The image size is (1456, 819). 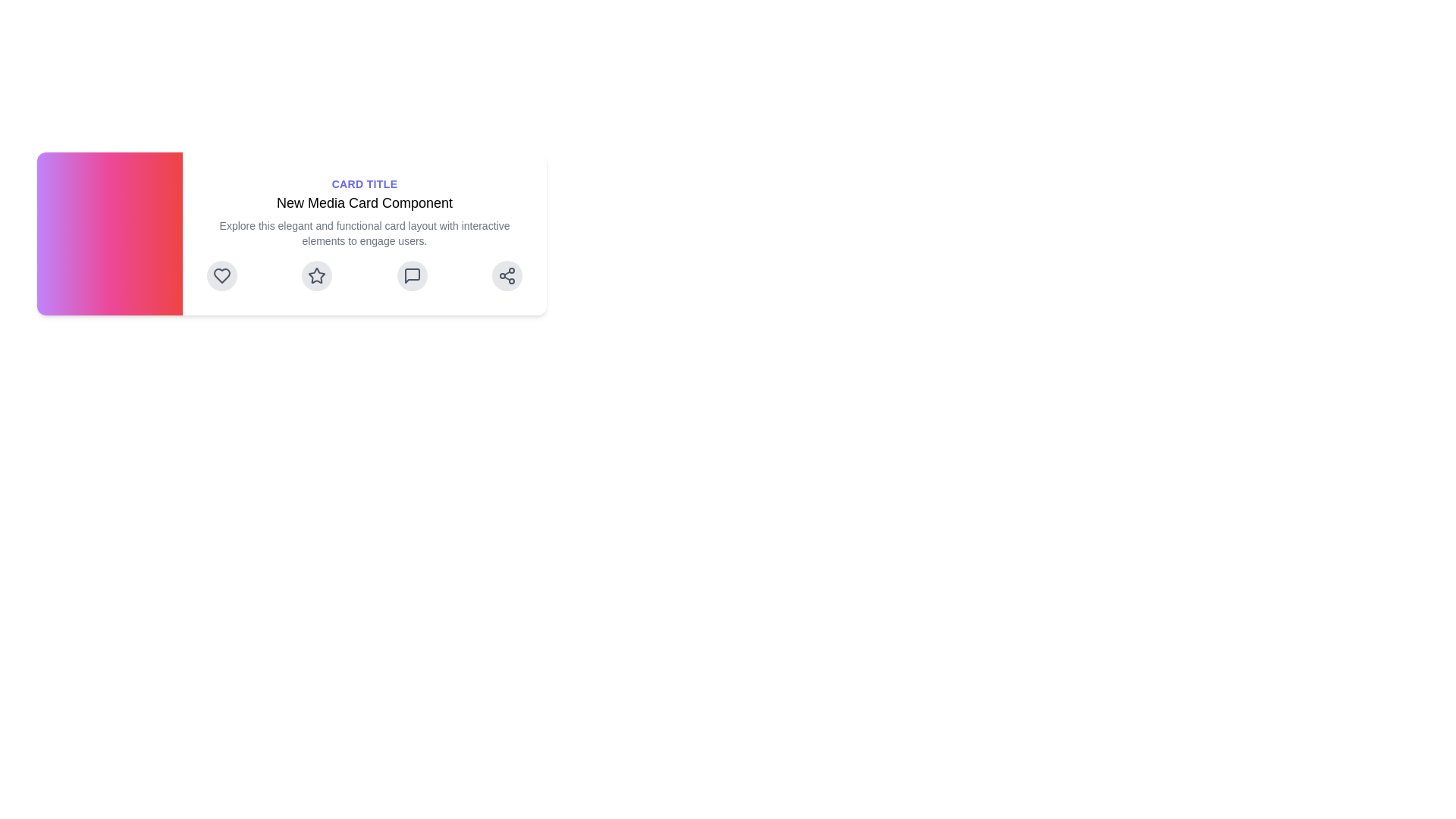 What do you see at coordinates (221, 275) in the screenshot?
I see `the circular button with a light gray background and a heart icon, which is the first button in a horizontal set of four buttons at the bottom left of the card layout` at bounding box center [221, 275].